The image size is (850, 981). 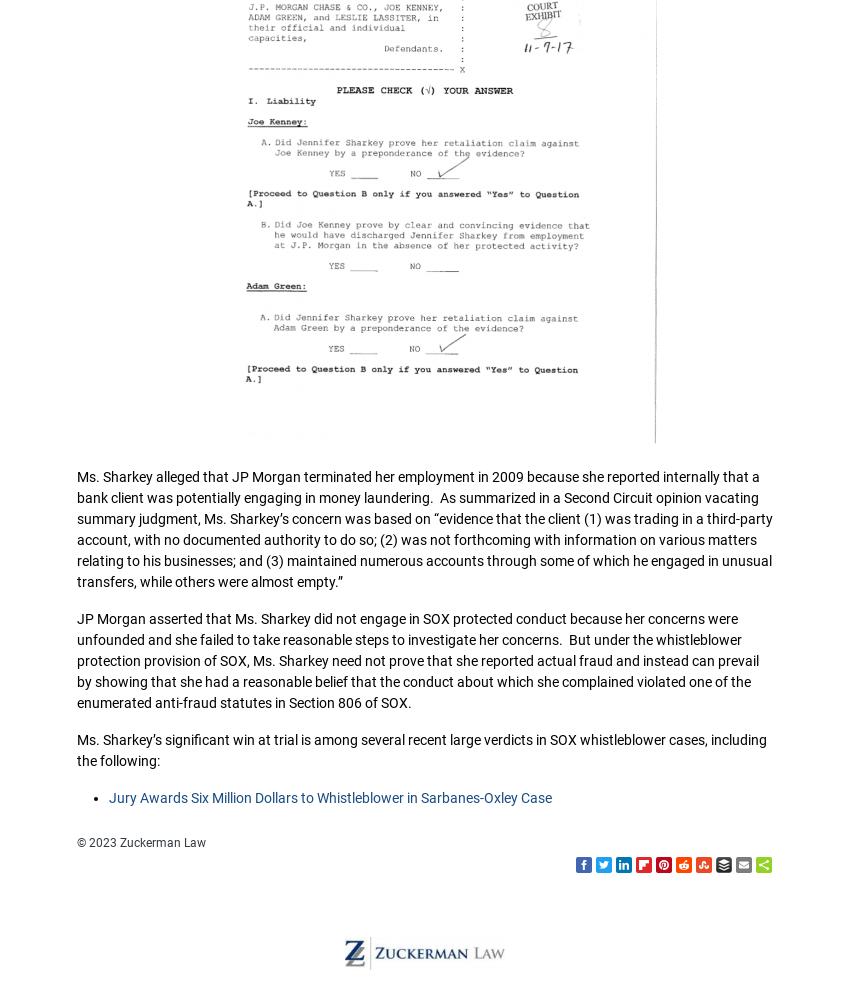 What do you see at coordinates (196, 671) in the screenshot?
I see `'Terms of Use'` at bounding box center [196, 671].